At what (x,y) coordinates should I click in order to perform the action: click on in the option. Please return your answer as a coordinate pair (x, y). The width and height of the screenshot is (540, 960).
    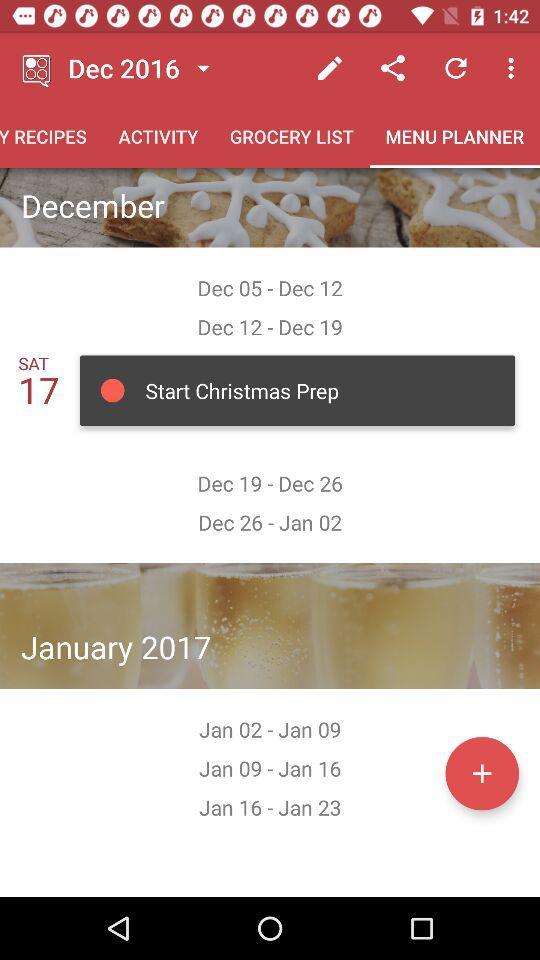
    Looking at the image, I should click on (481, 772).